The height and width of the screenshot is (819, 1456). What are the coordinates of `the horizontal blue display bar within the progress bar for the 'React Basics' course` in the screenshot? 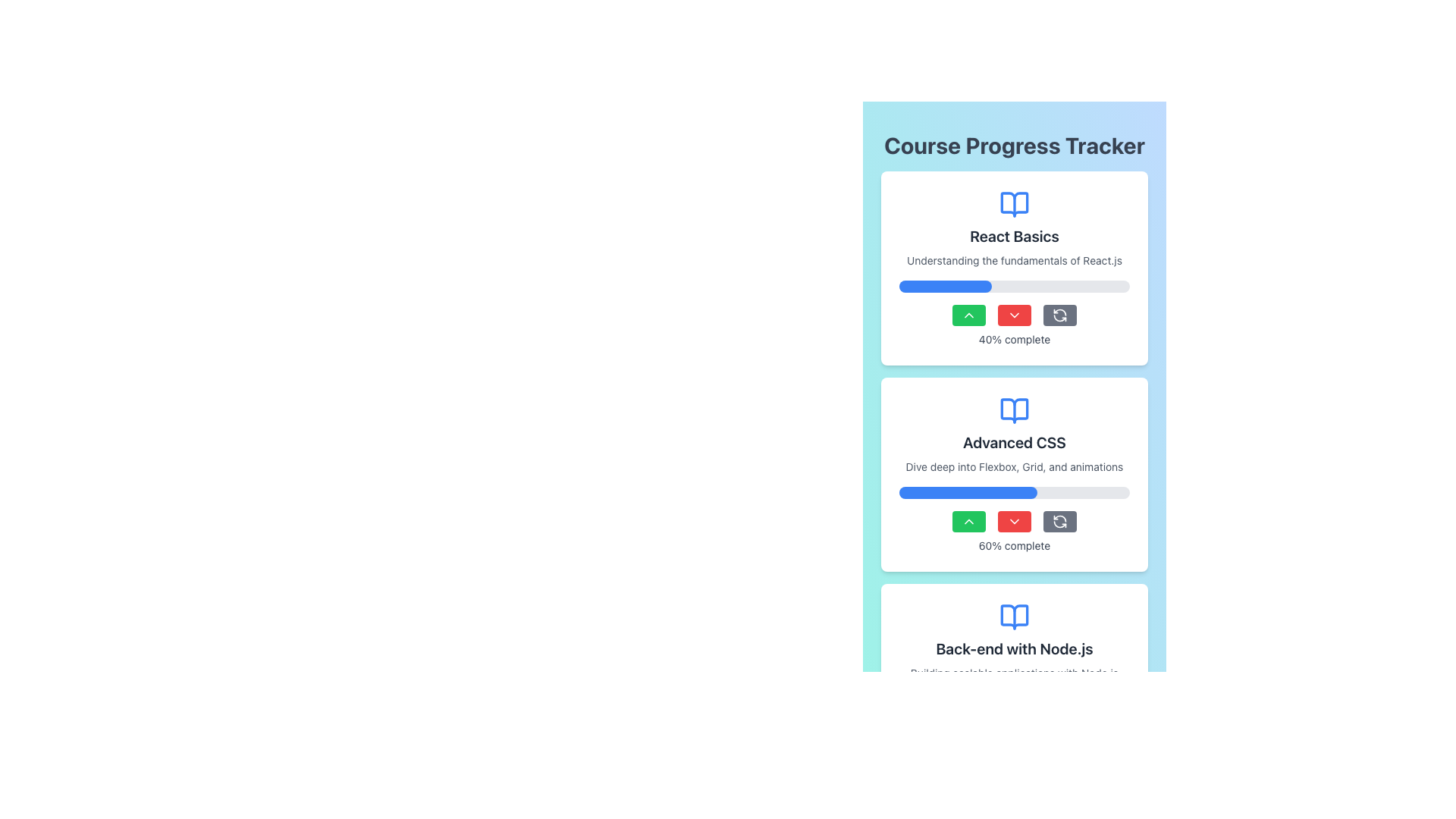 It's located at (944, 287).